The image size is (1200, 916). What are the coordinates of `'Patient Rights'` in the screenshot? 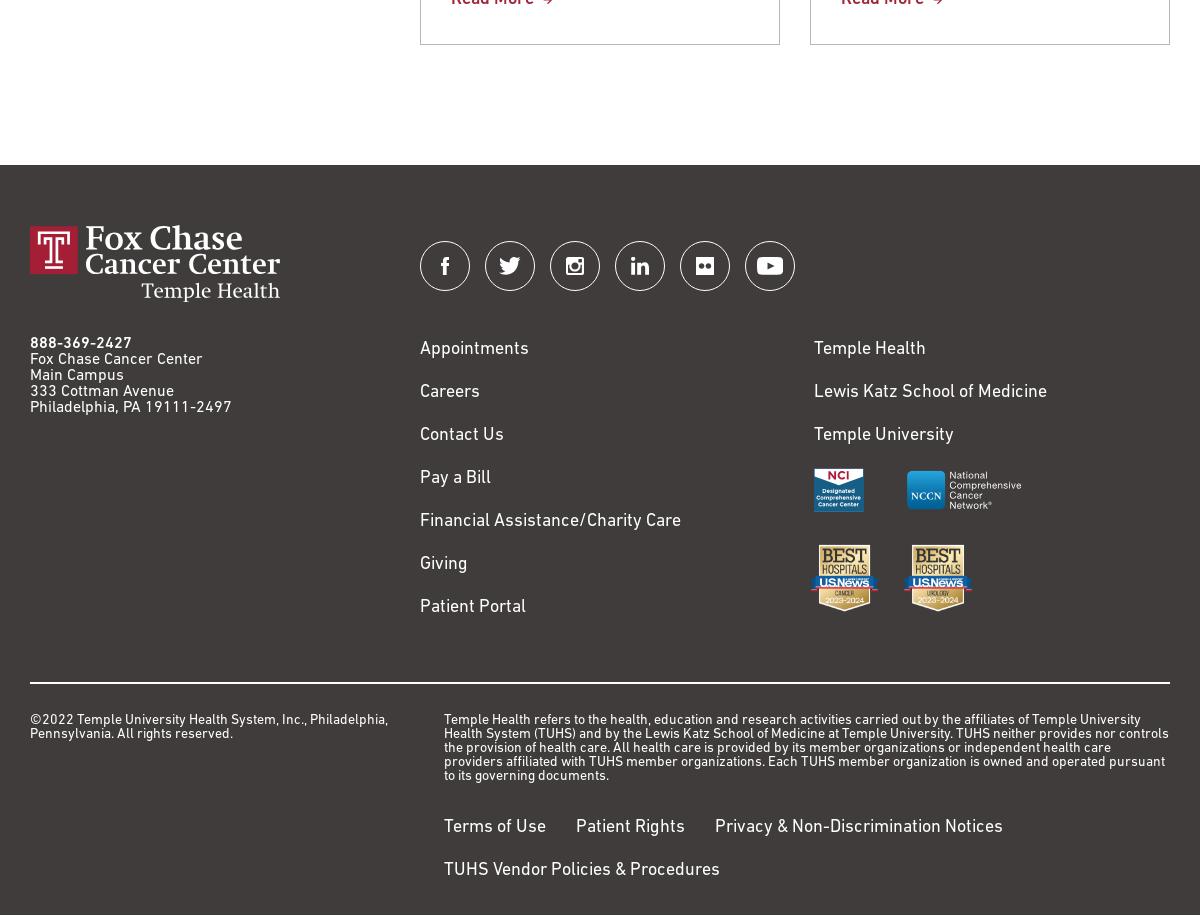 It's located at (575, 827).